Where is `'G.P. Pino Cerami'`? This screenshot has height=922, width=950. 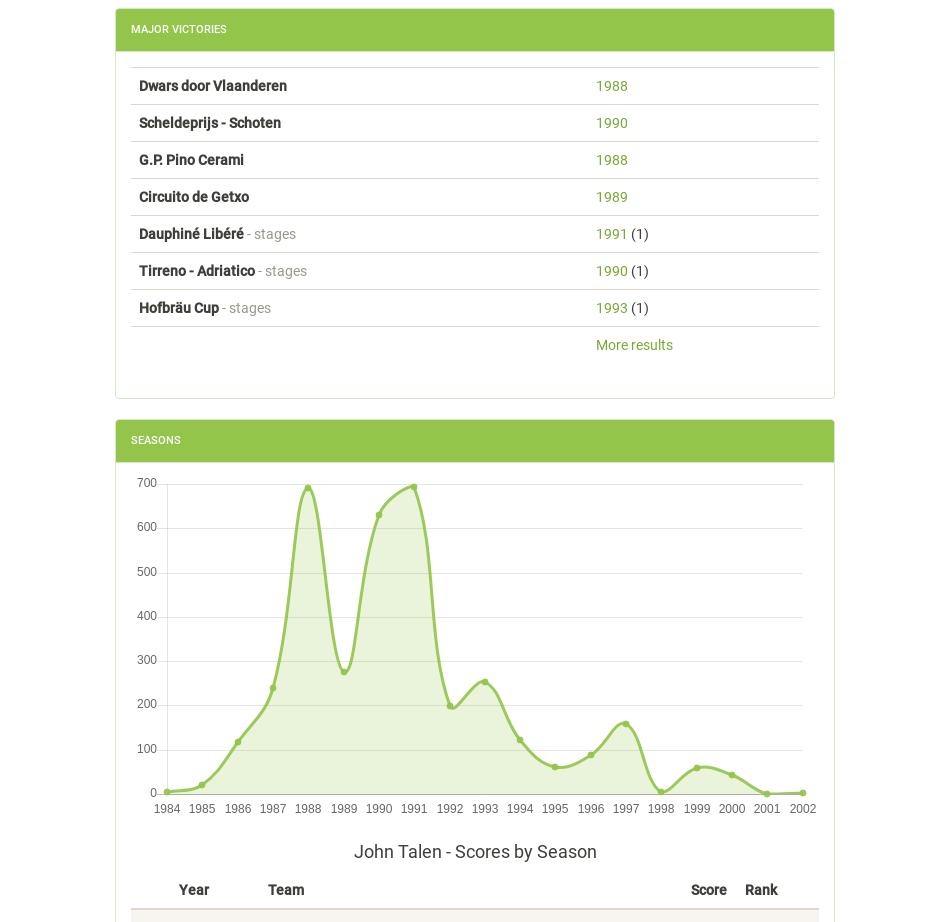
'G.P. Pino Cerami' is located at coordinates (191, 159).